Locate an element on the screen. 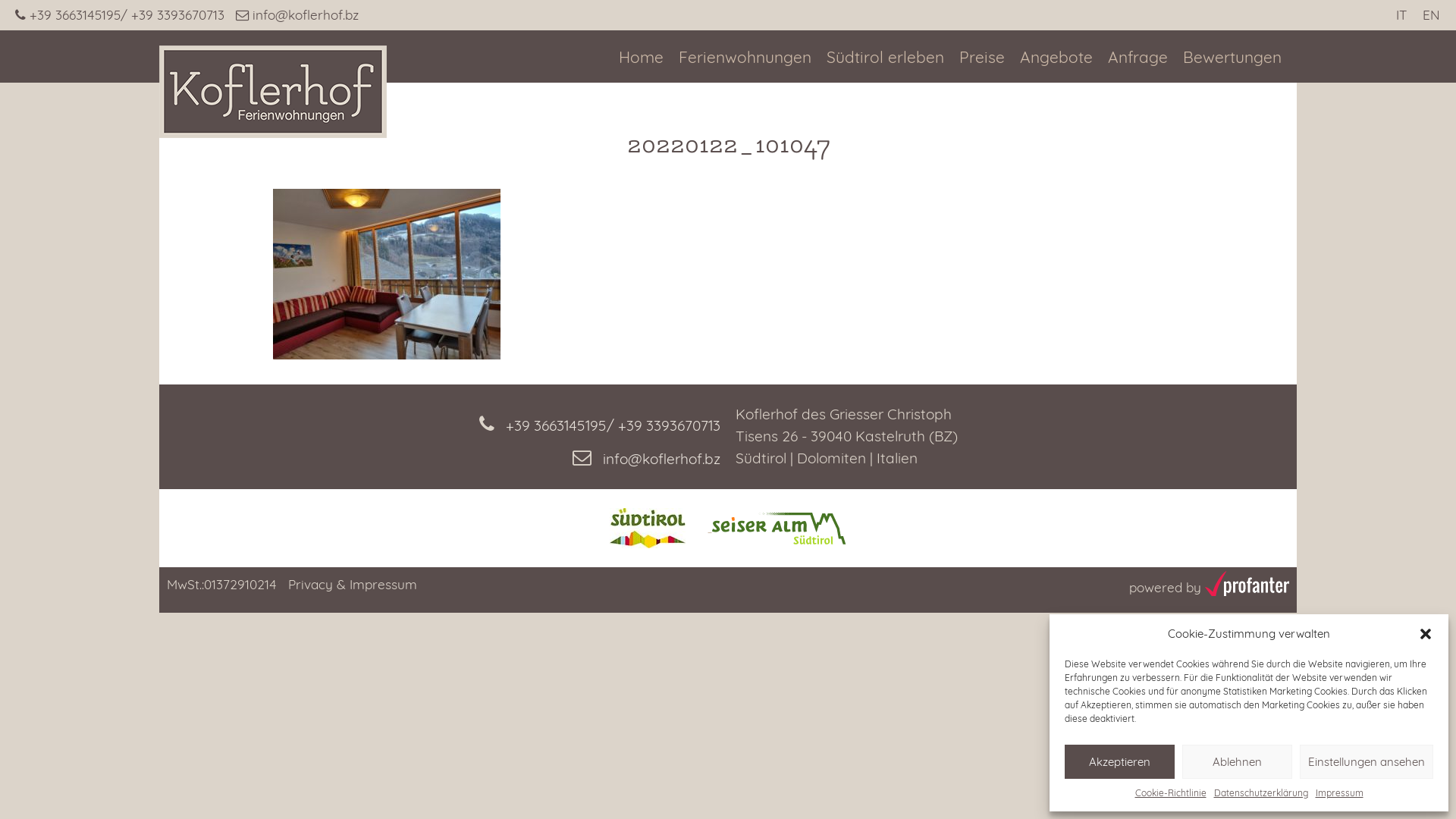 This screenshot has width=1456, height=819. 'Impressum' is located at coordinates (1313, 792).